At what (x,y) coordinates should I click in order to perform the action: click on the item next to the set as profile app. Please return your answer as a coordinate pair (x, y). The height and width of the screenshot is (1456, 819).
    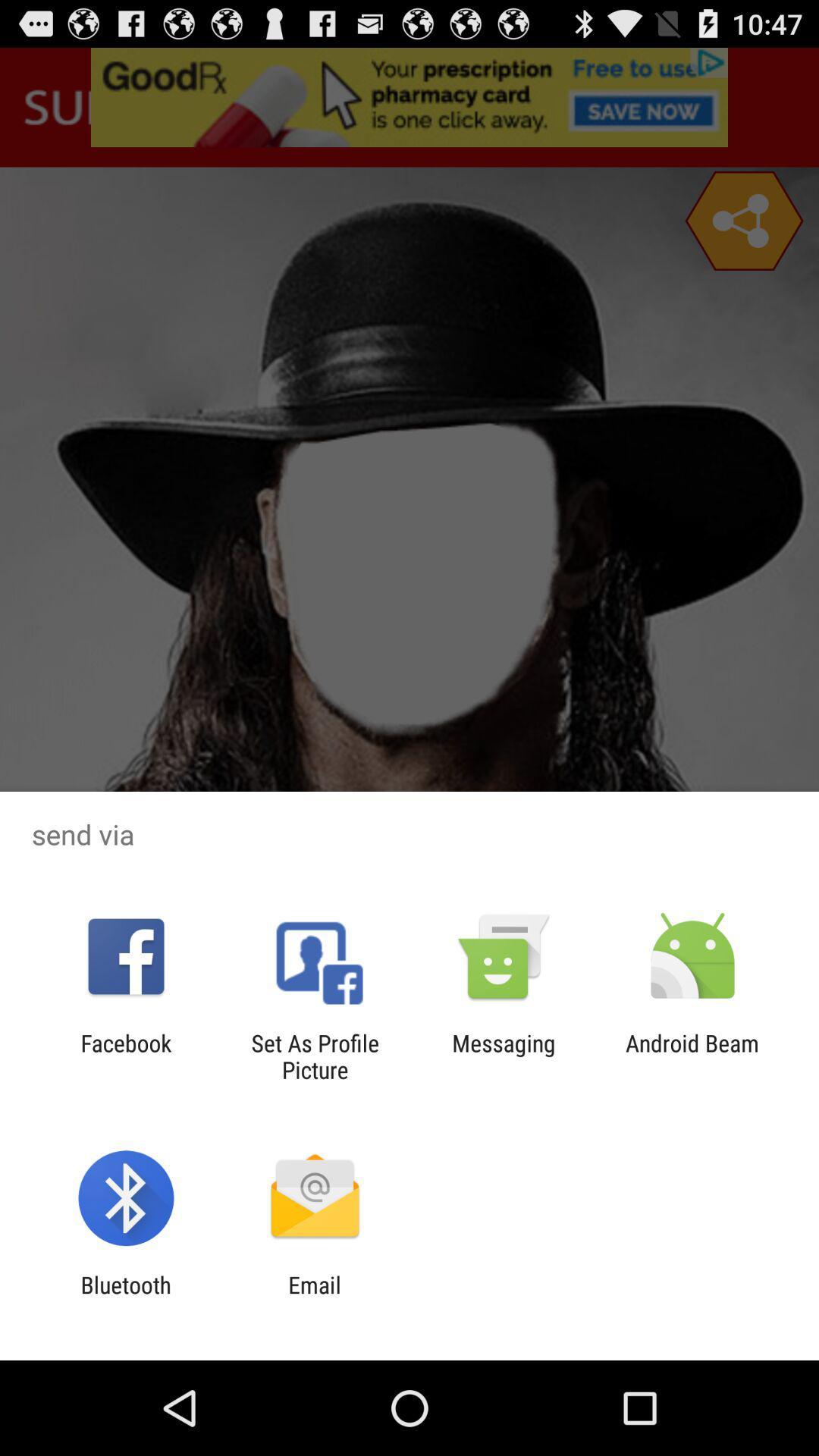
    Looking at the image, I should click on (504, 1056).